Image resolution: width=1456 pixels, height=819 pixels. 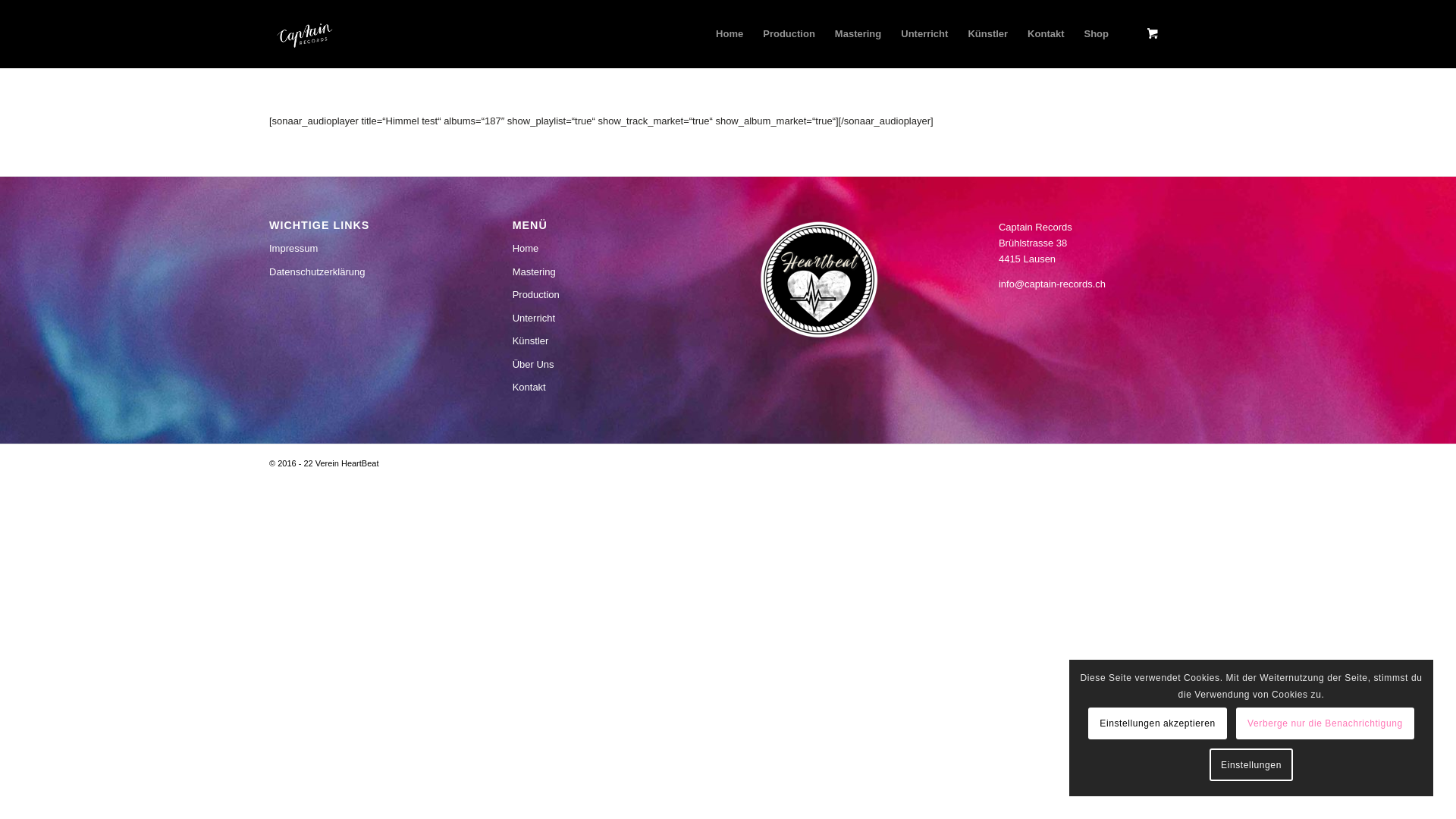 I want to click on 'Impressum', so click(x=362, y=247).